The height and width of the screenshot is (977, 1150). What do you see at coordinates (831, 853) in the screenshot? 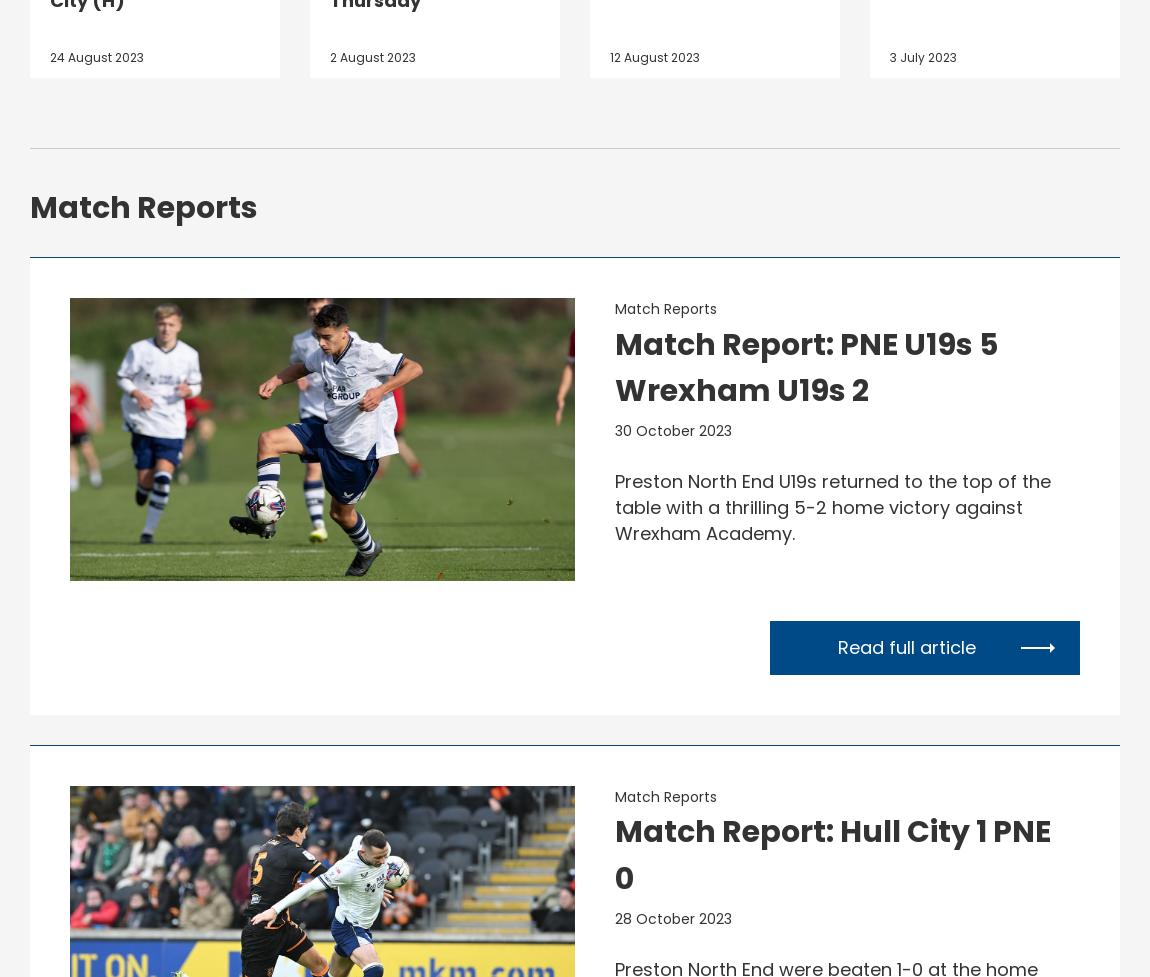
I see `'Match Report: Hull City 1 PNE 0'` at bounding box center [831, 853].